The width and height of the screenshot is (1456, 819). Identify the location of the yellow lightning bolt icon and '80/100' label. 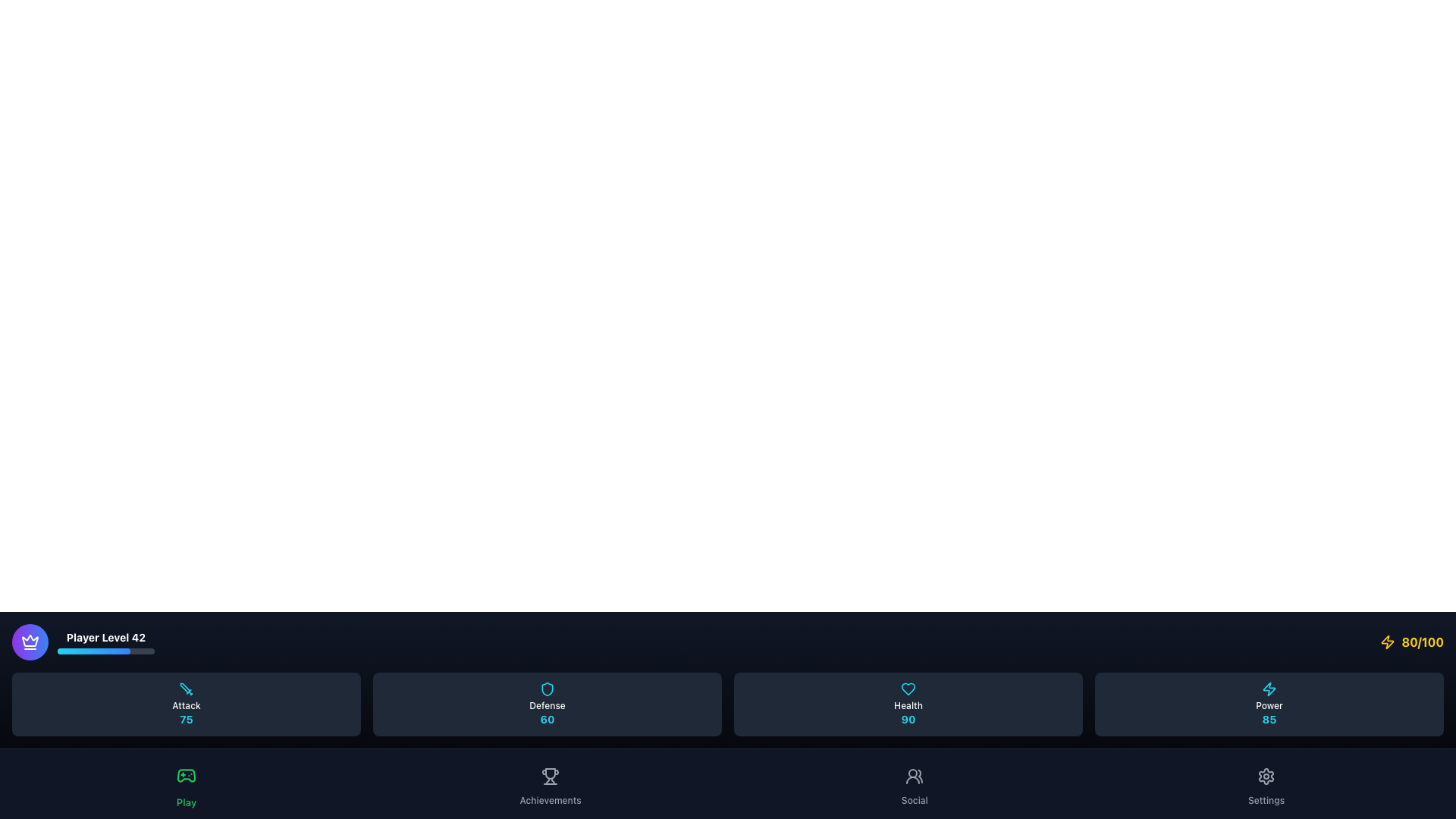
(1411, 642).